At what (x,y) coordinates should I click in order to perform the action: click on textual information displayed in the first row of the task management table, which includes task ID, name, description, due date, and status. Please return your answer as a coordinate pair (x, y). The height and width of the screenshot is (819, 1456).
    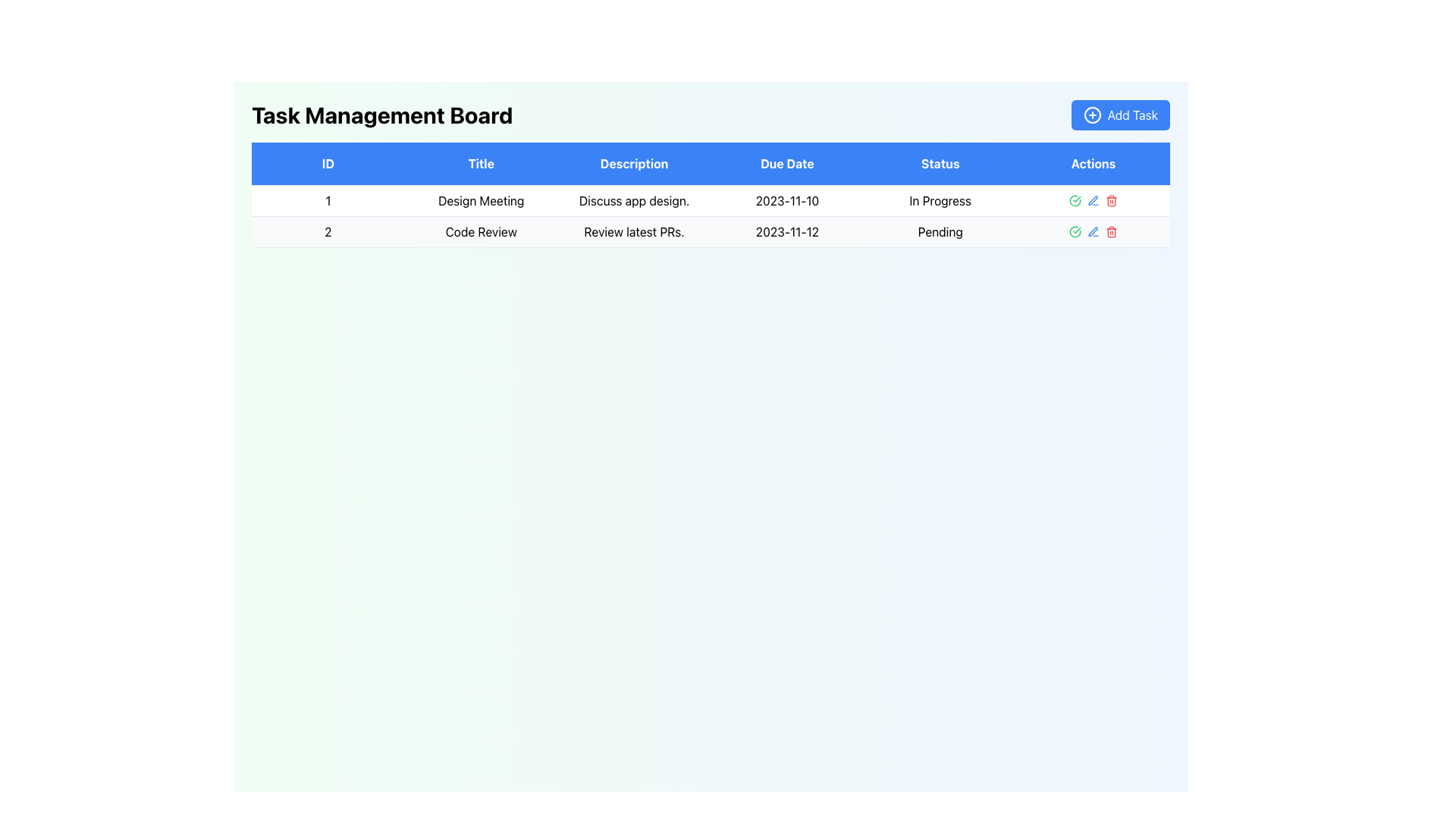
    Looking at the image, I should click on (710, 200).